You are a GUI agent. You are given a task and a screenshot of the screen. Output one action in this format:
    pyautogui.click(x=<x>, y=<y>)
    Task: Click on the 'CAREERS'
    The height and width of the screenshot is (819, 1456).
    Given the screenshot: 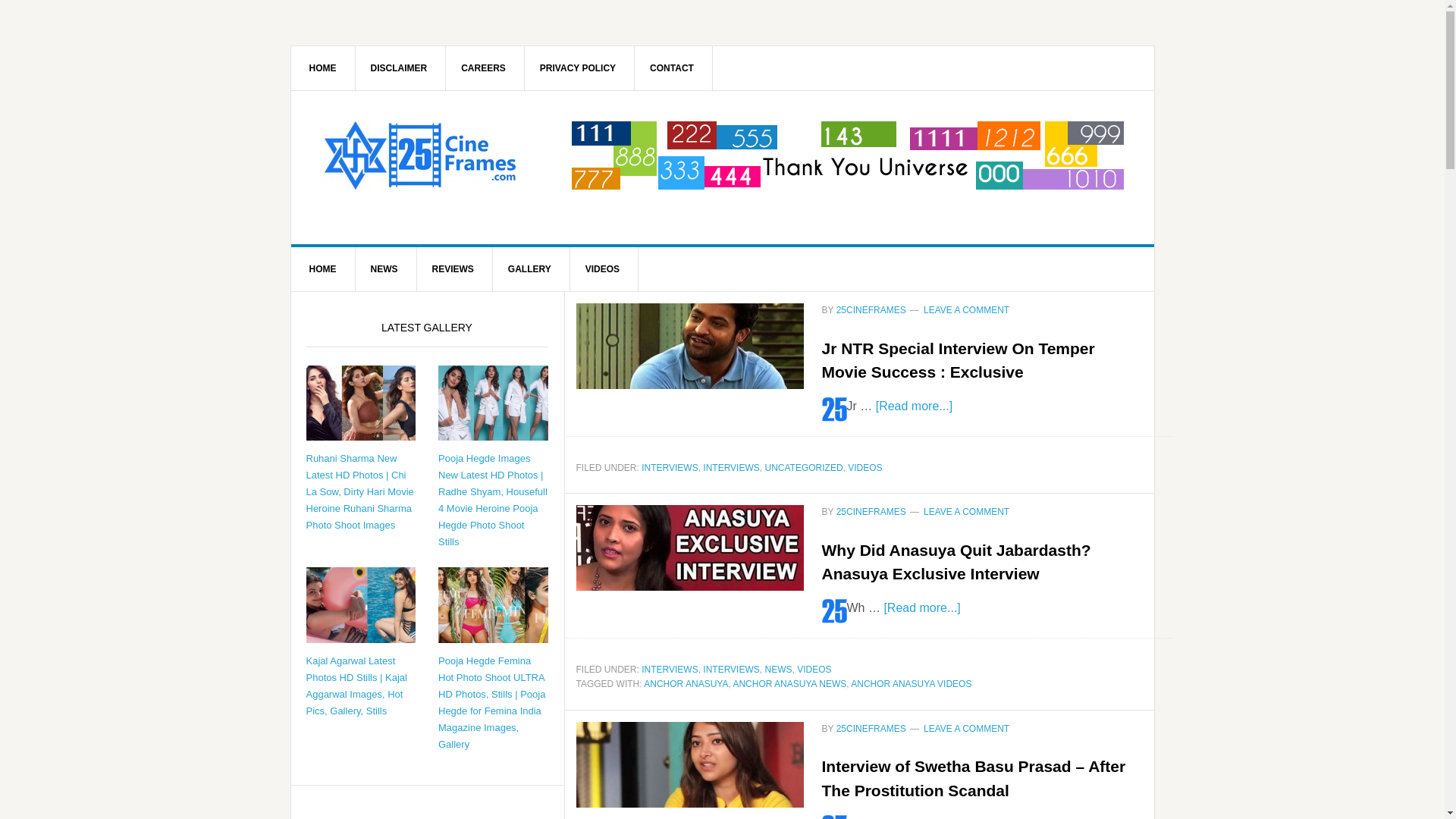 What is the action you would take?
    pyautogui.click(x=442, y=67)
    